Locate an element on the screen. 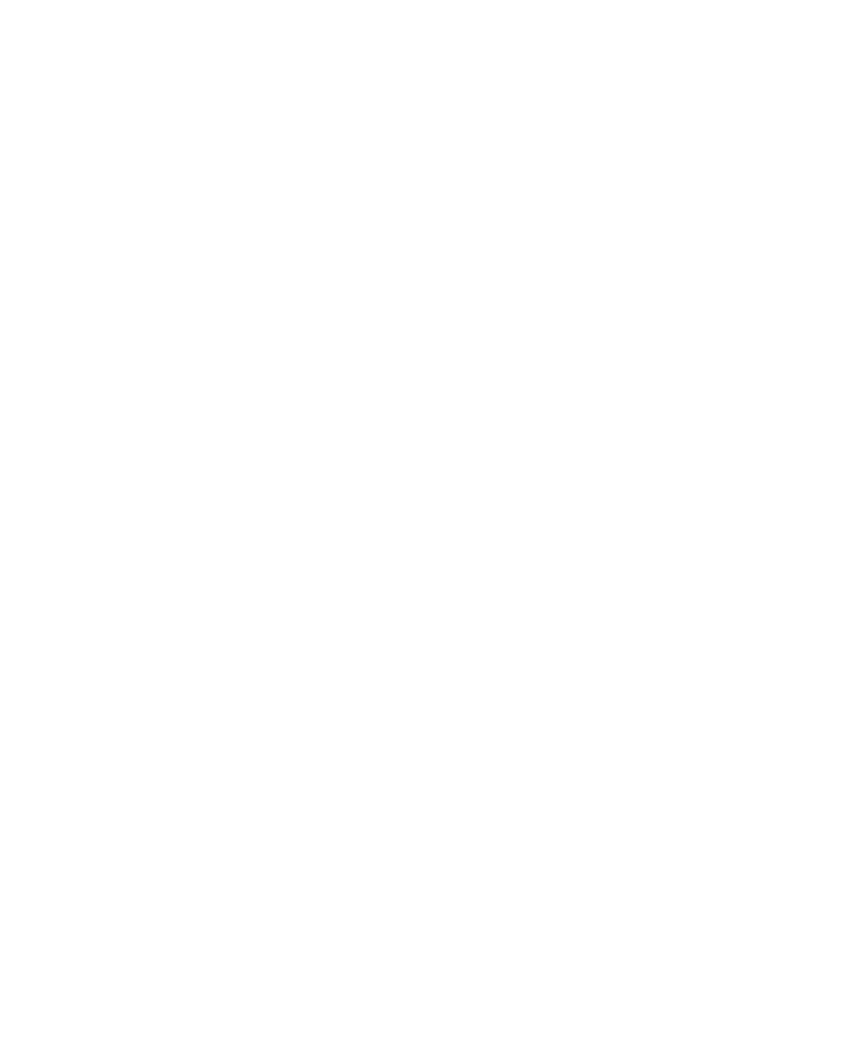  'November 2013' is located at coordinates (145, 210).